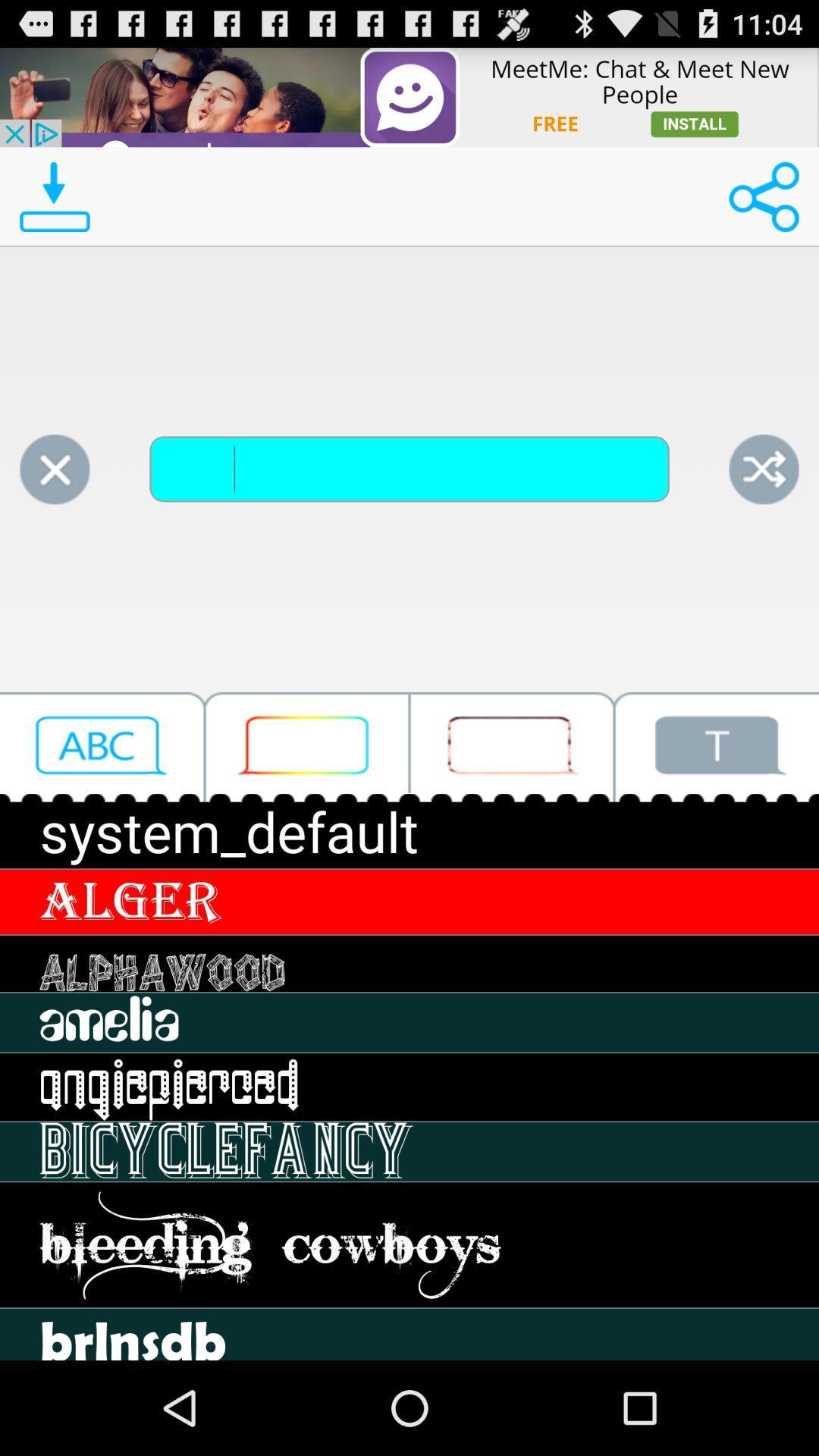 The width and height of the screenshot is (819, 1456). Describe the element at coordinates (54, 469) in the screenshot. I see `cancel search` at that location.